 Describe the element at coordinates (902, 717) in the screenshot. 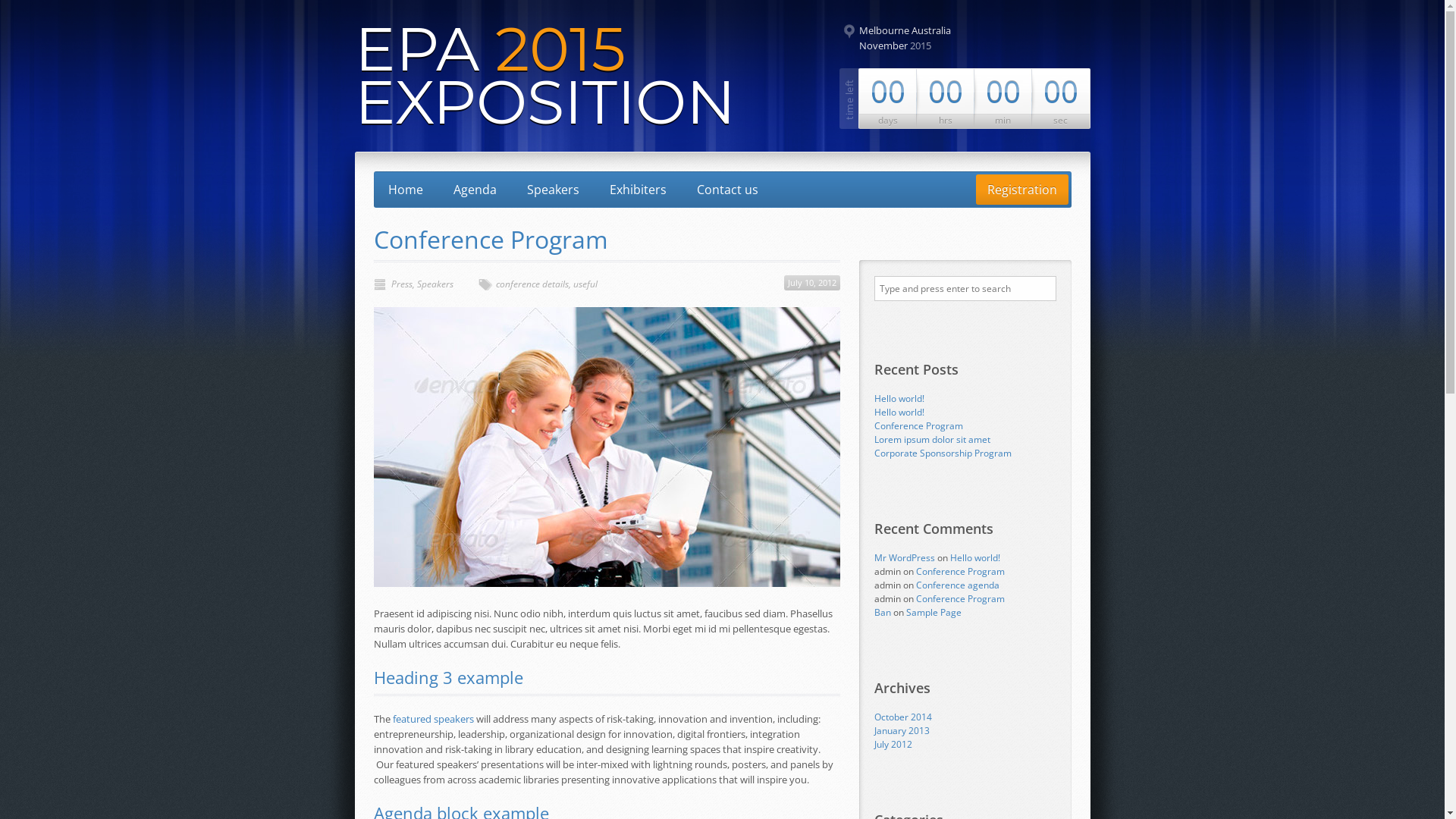

I see `'October 2014'` at that location.